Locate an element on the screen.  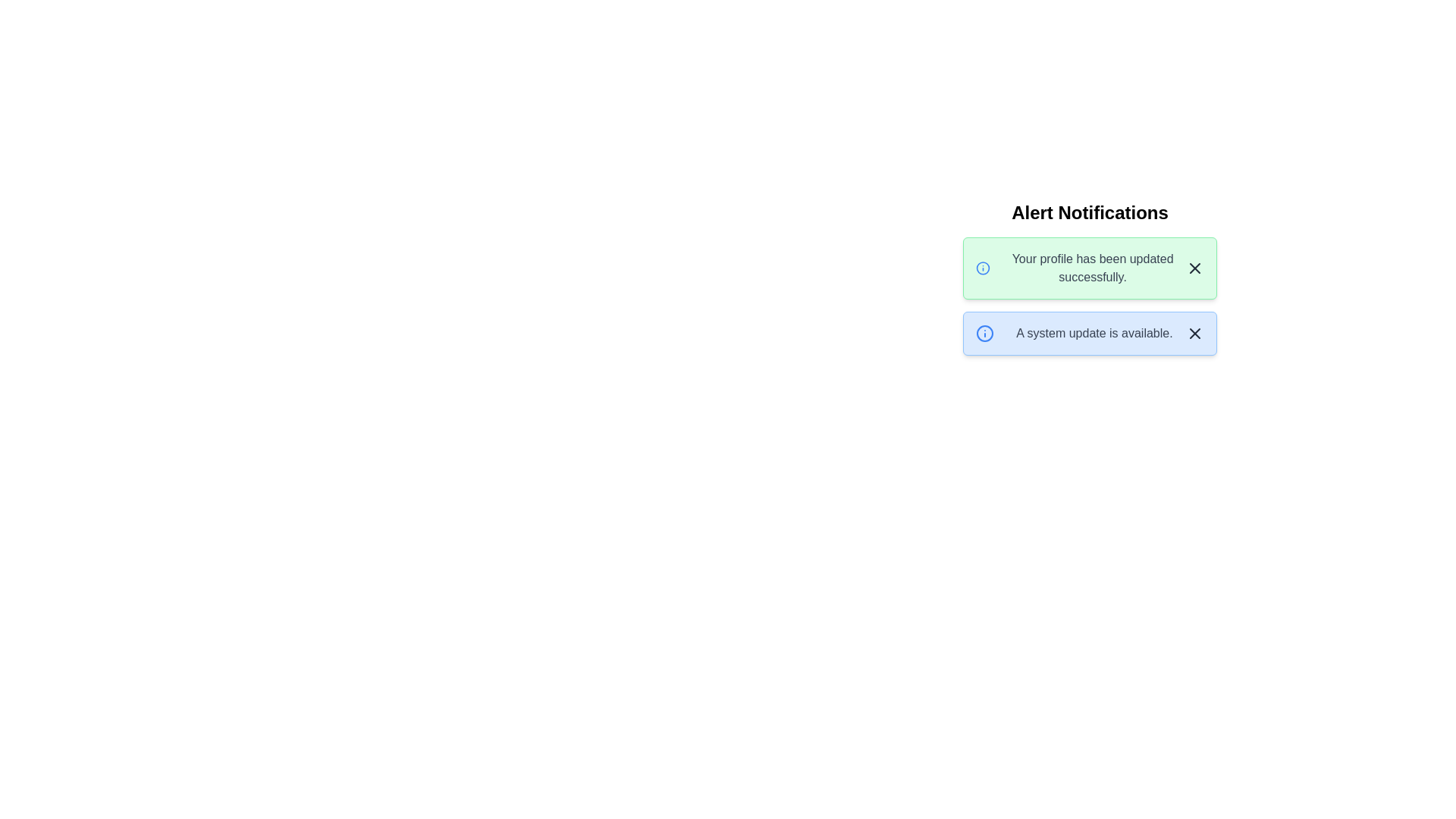
the close/cancel icon button, which is a small 'X' graphic located at the top-right corner of the green notification box labeled 'Your profile has been updated successfully.' is located at coordinates (1194, 268).